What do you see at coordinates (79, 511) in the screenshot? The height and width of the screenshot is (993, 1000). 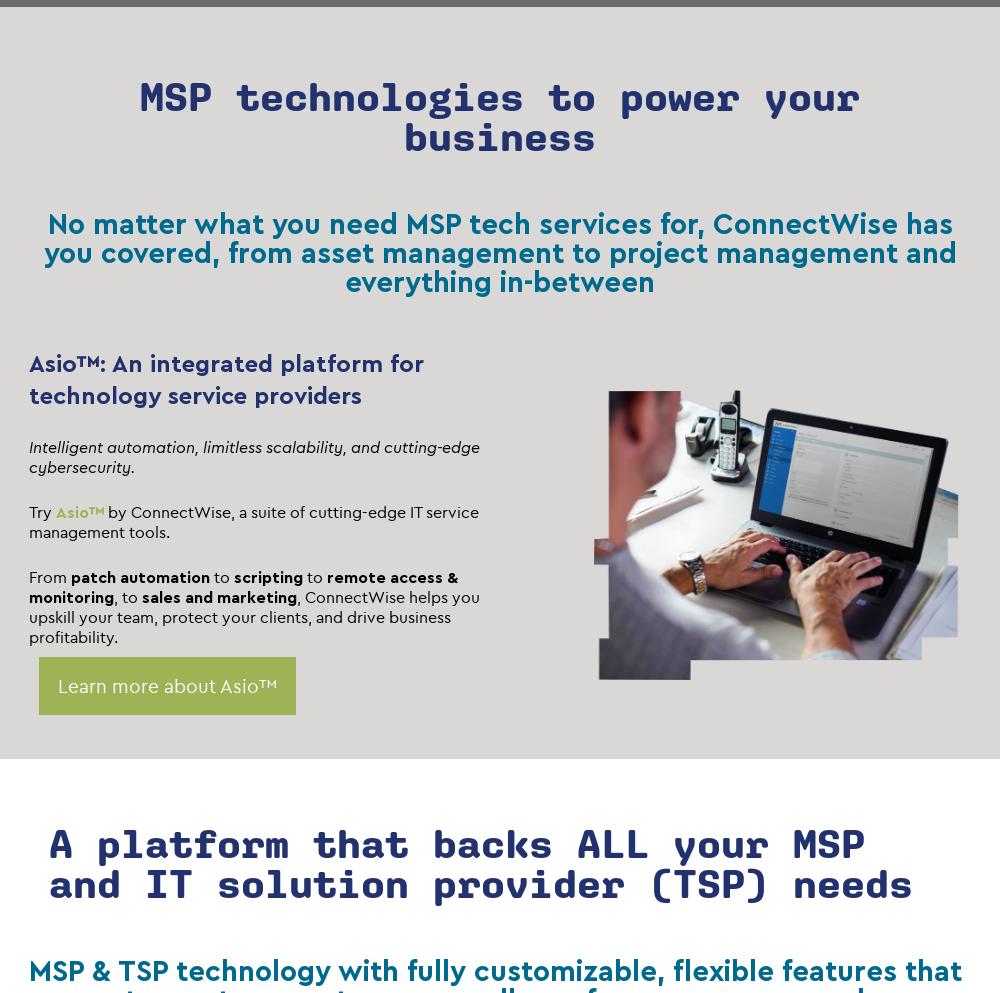 I see `'Asio™'` at bounding box center [79, 511].